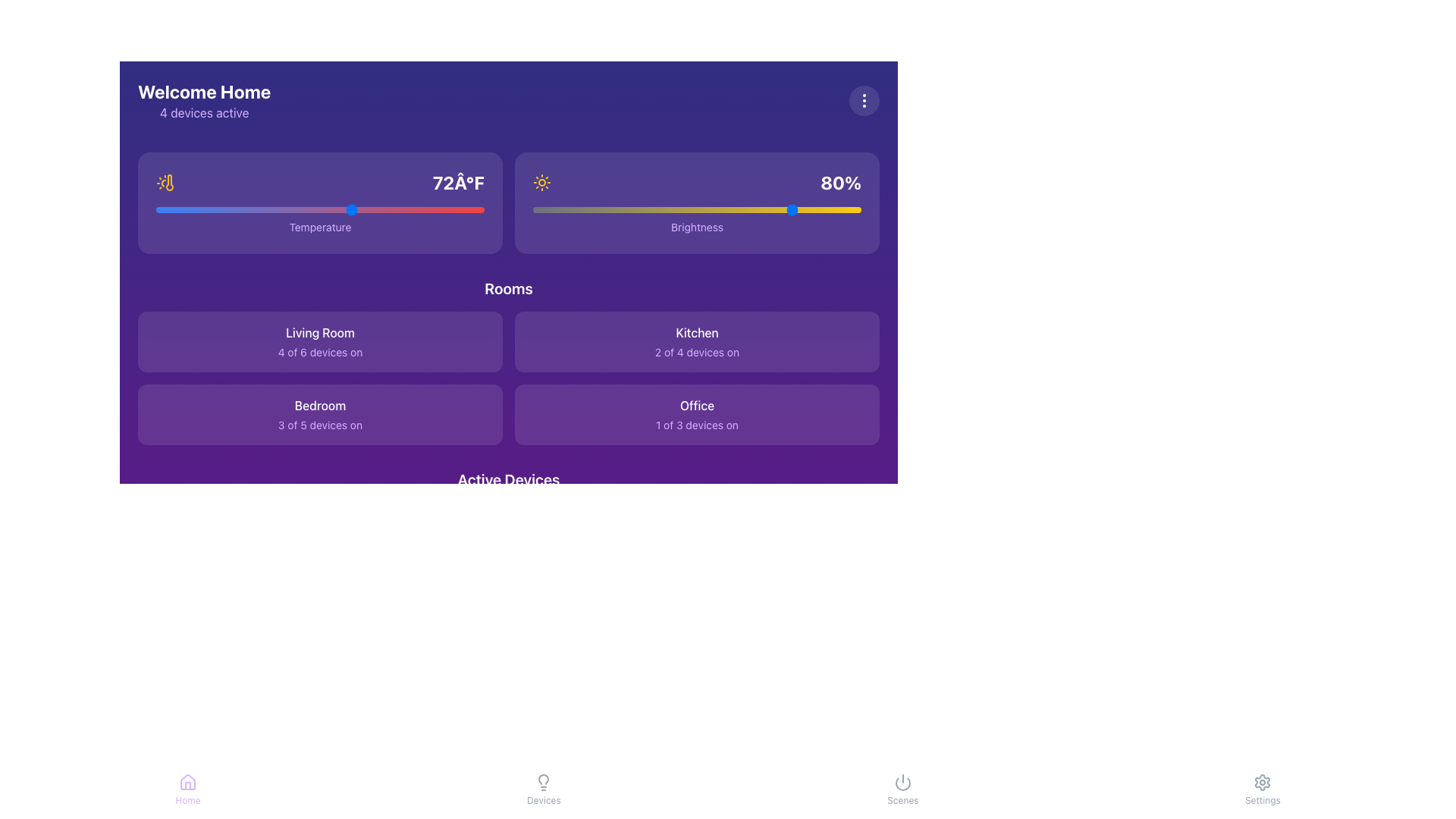 The height and width of the screenshot is (819, 1456). What do you see at coordinates (319, 332) in the screenshot?
I see `the text label reading 'Living Room' which is styled in a medium-sized font with white text on a purple background, located in the upper-left of the Rooms section grid` at bounding box center [319, 332].